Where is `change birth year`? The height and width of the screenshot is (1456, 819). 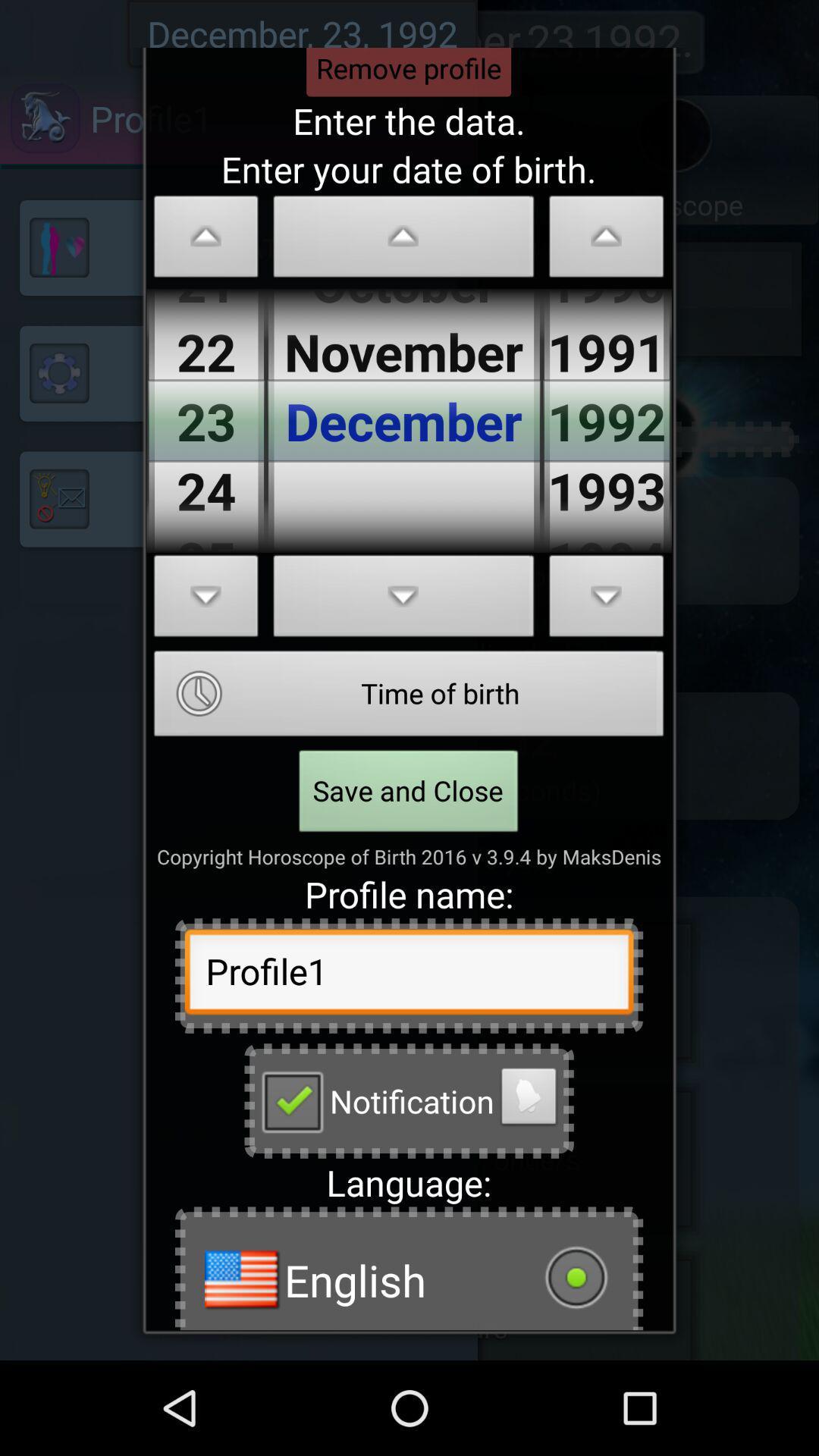
change birth year is located at coordinates (606, 240).